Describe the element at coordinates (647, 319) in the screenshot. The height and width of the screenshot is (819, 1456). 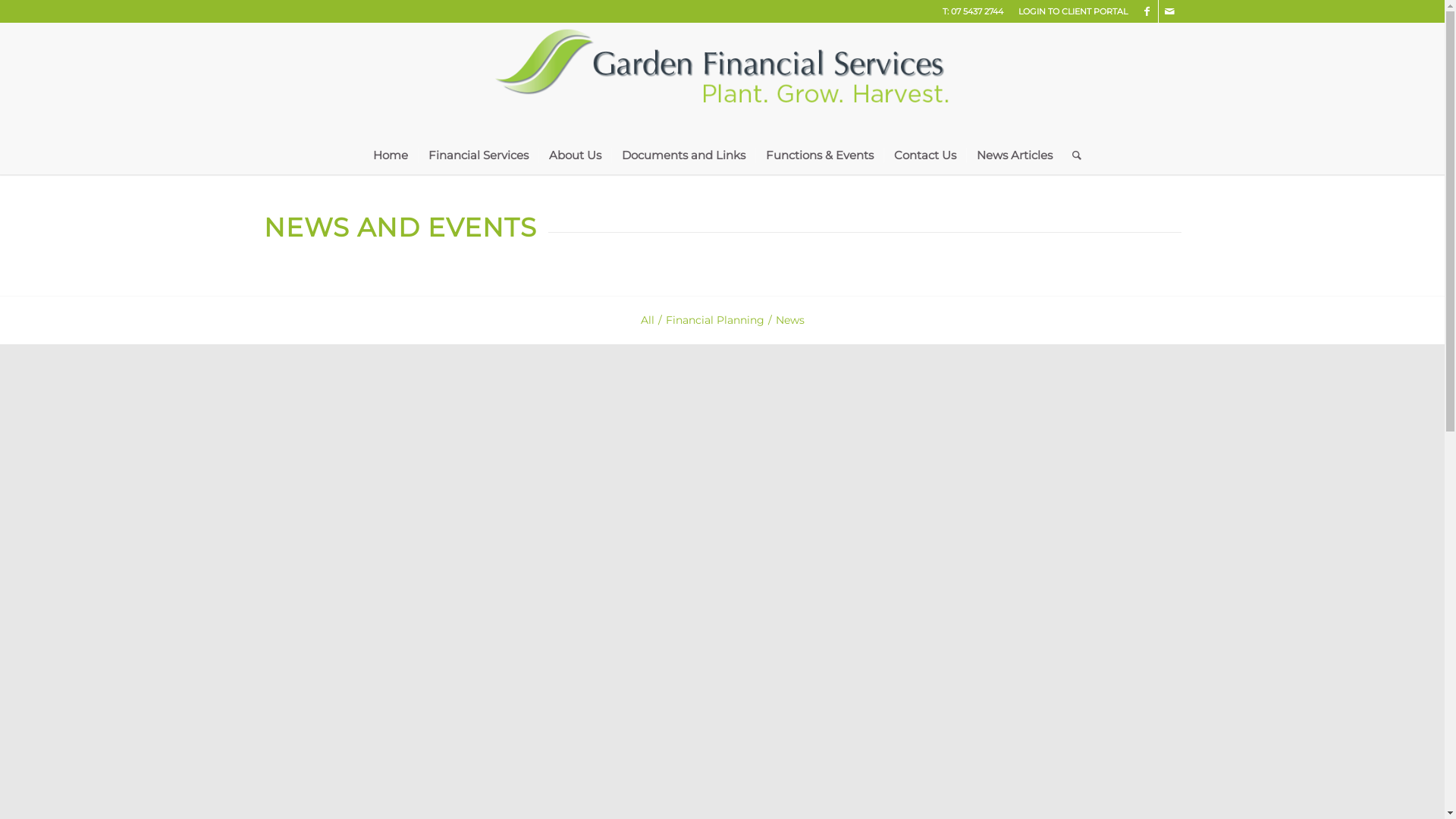
I see `'All'` at that location.